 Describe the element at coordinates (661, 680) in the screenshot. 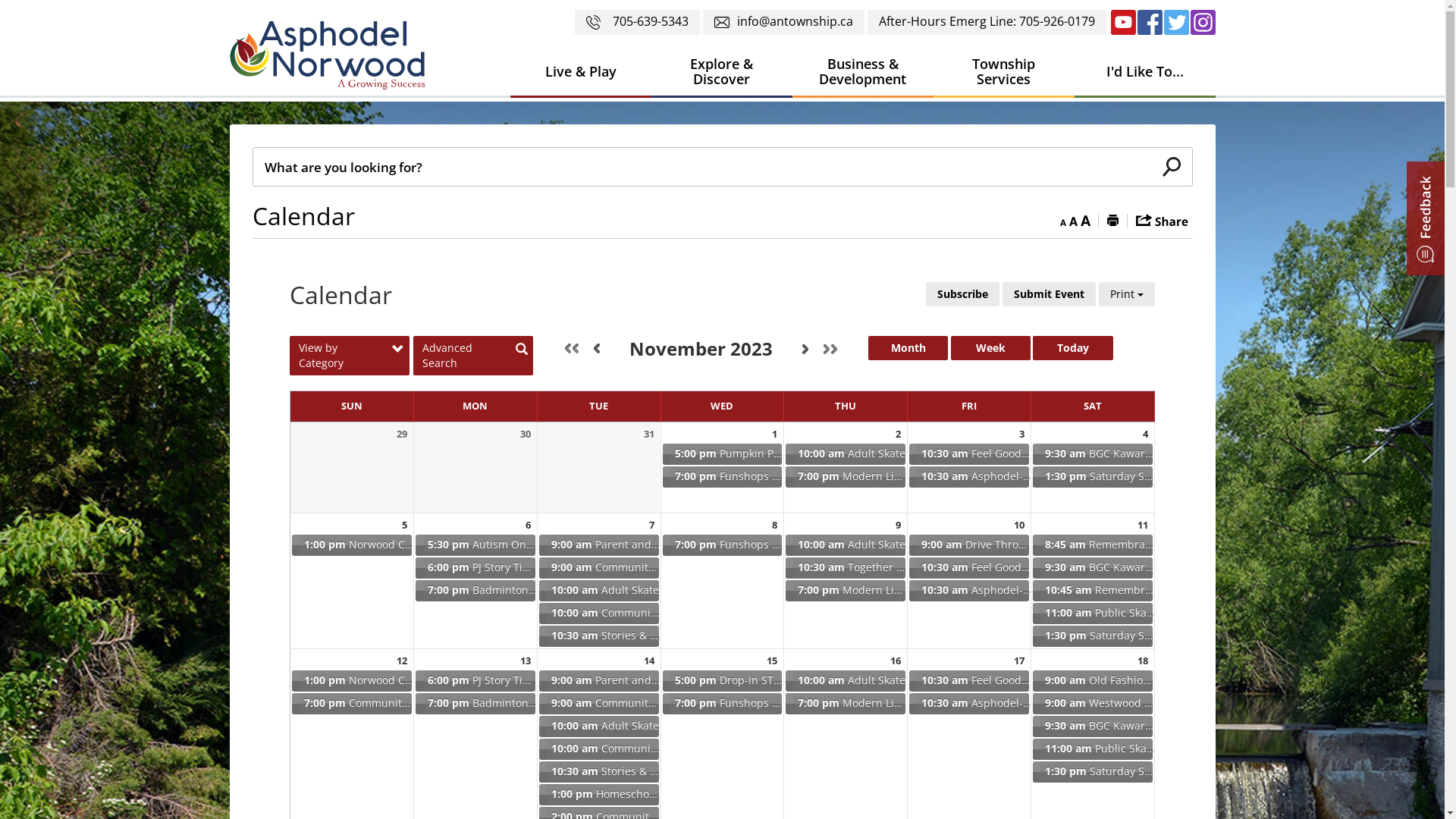

I see `'5:00 pm Drop-in STEAM Night'` at that location.